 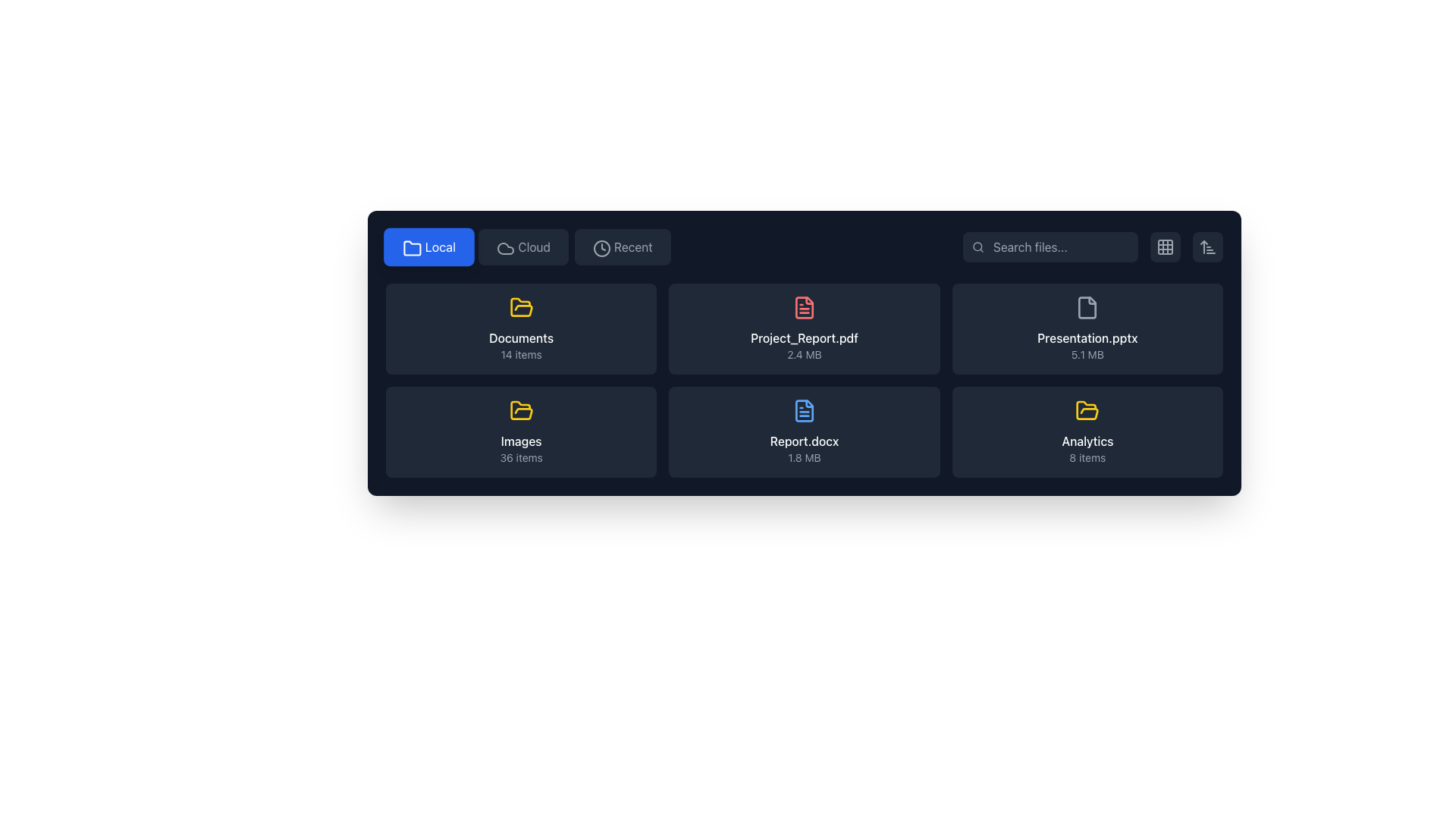 I want to click on the clock face icon in the 'Recent' tab, so click(x=601, y=247).